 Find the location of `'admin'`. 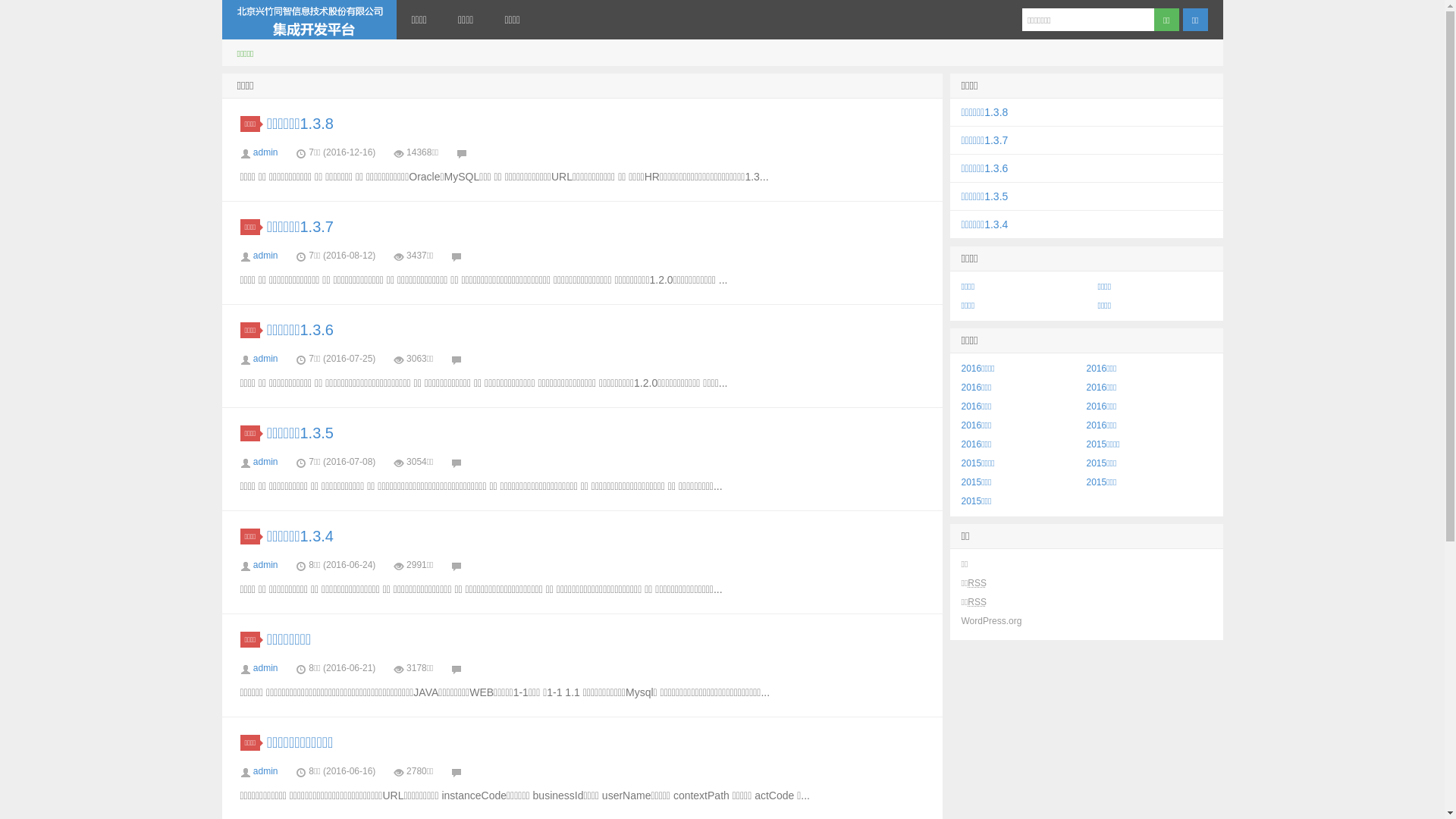

'admin' is located at coordinates (265, 152).